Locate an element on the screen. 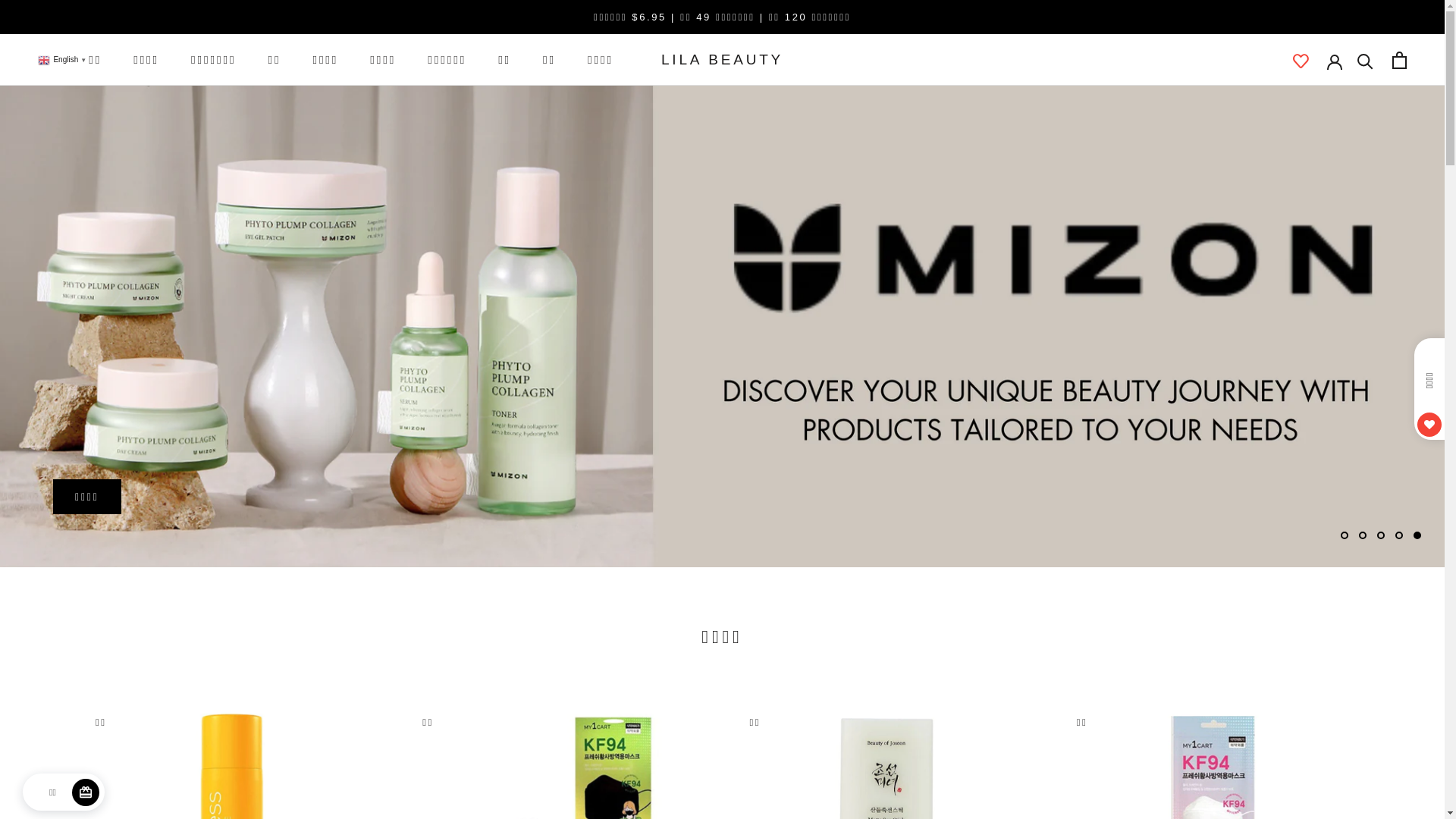 The height and width of the screenshot is (819, 1456). 'LILA BEAUTY' is located at coordinates (721, 58).